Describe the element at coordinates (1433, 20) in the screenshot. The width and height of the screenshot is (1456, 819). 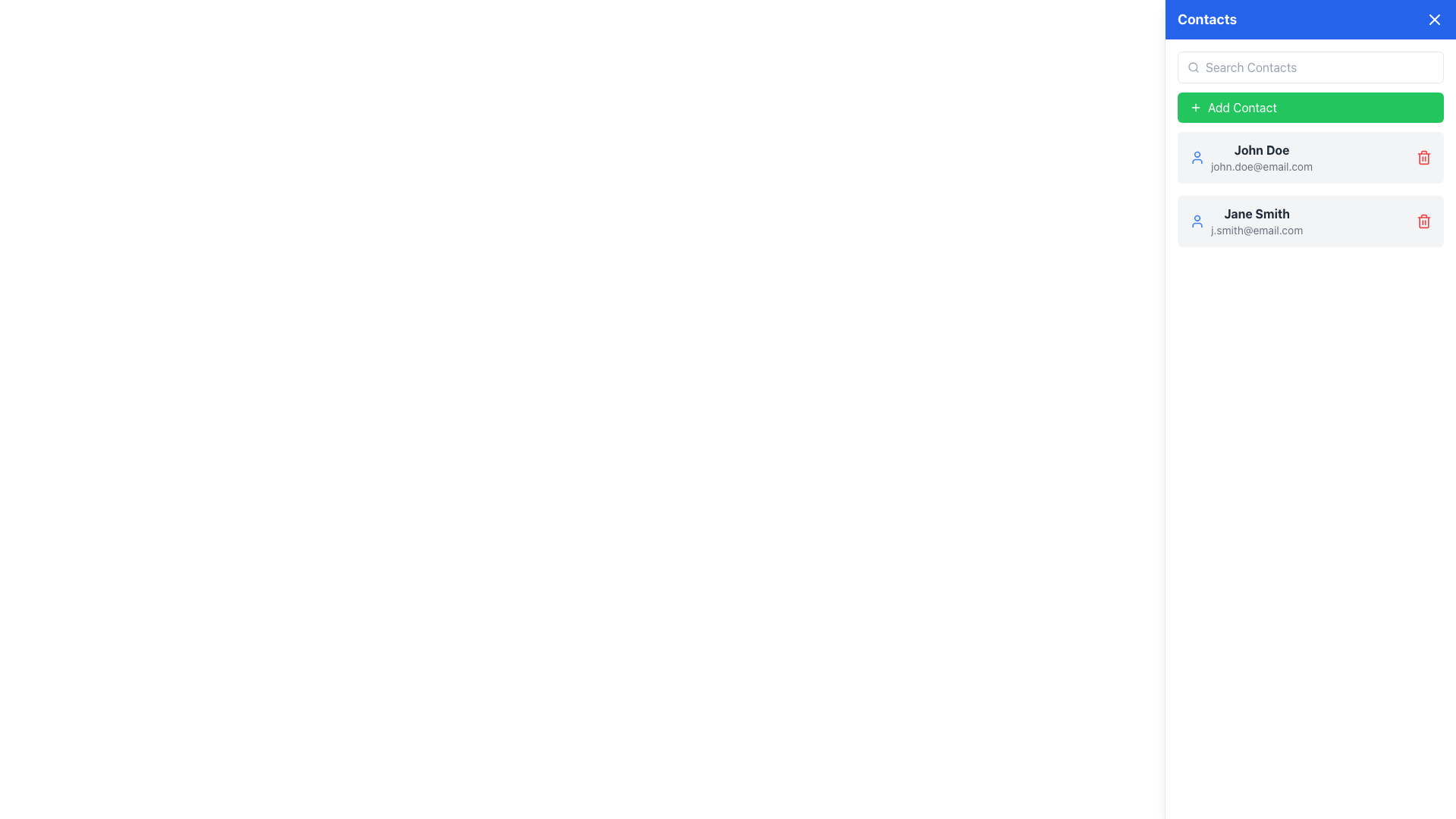
I see `the close button located in the top-right corner of the header, which has a blue background and is positioned to the right of the text 'Contacts'` at that location.